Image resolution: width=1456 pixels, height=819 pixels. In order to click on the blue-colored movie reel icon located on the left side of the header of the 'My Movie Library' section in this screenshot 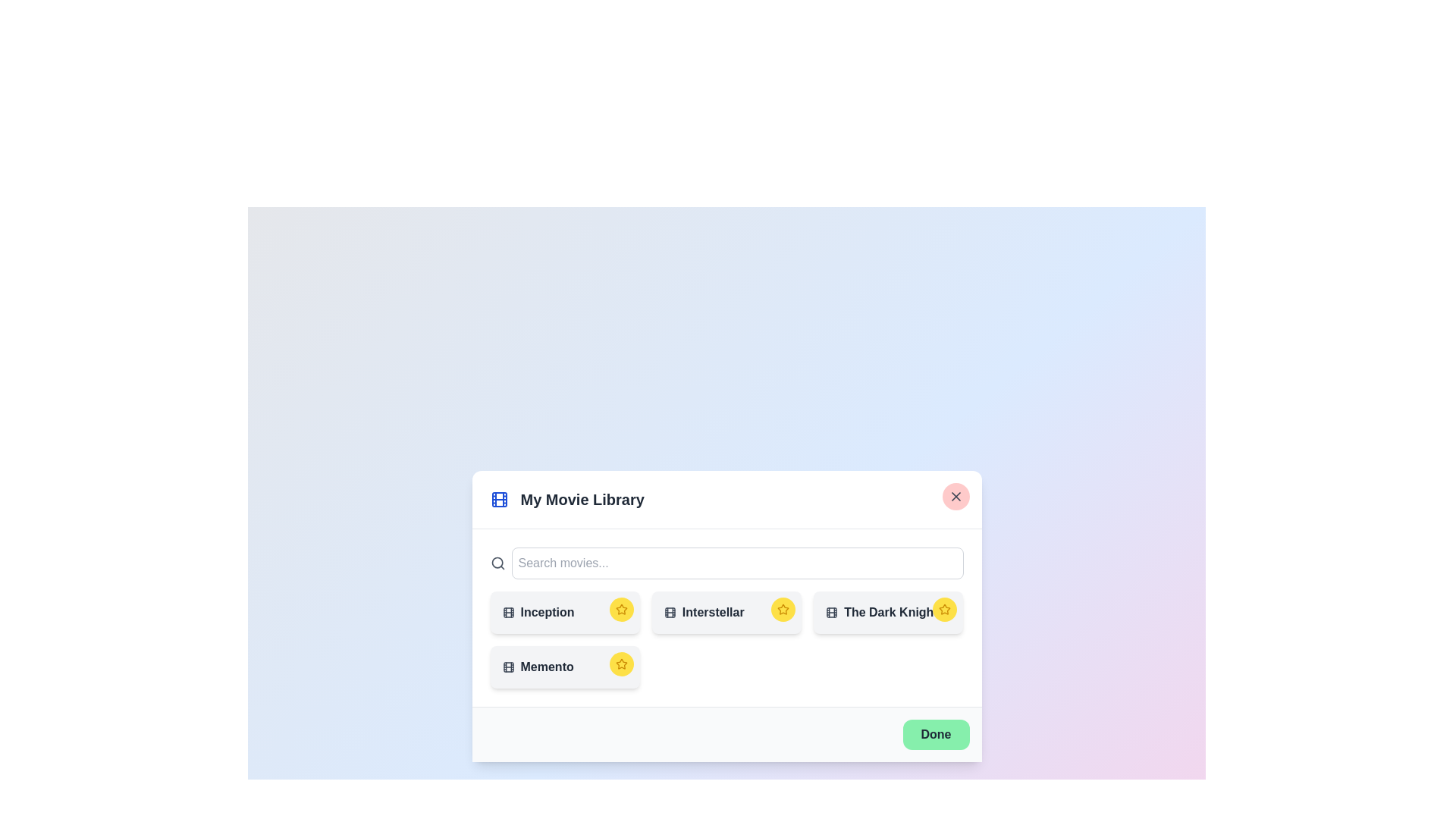, I will do `click(499, 500)`.